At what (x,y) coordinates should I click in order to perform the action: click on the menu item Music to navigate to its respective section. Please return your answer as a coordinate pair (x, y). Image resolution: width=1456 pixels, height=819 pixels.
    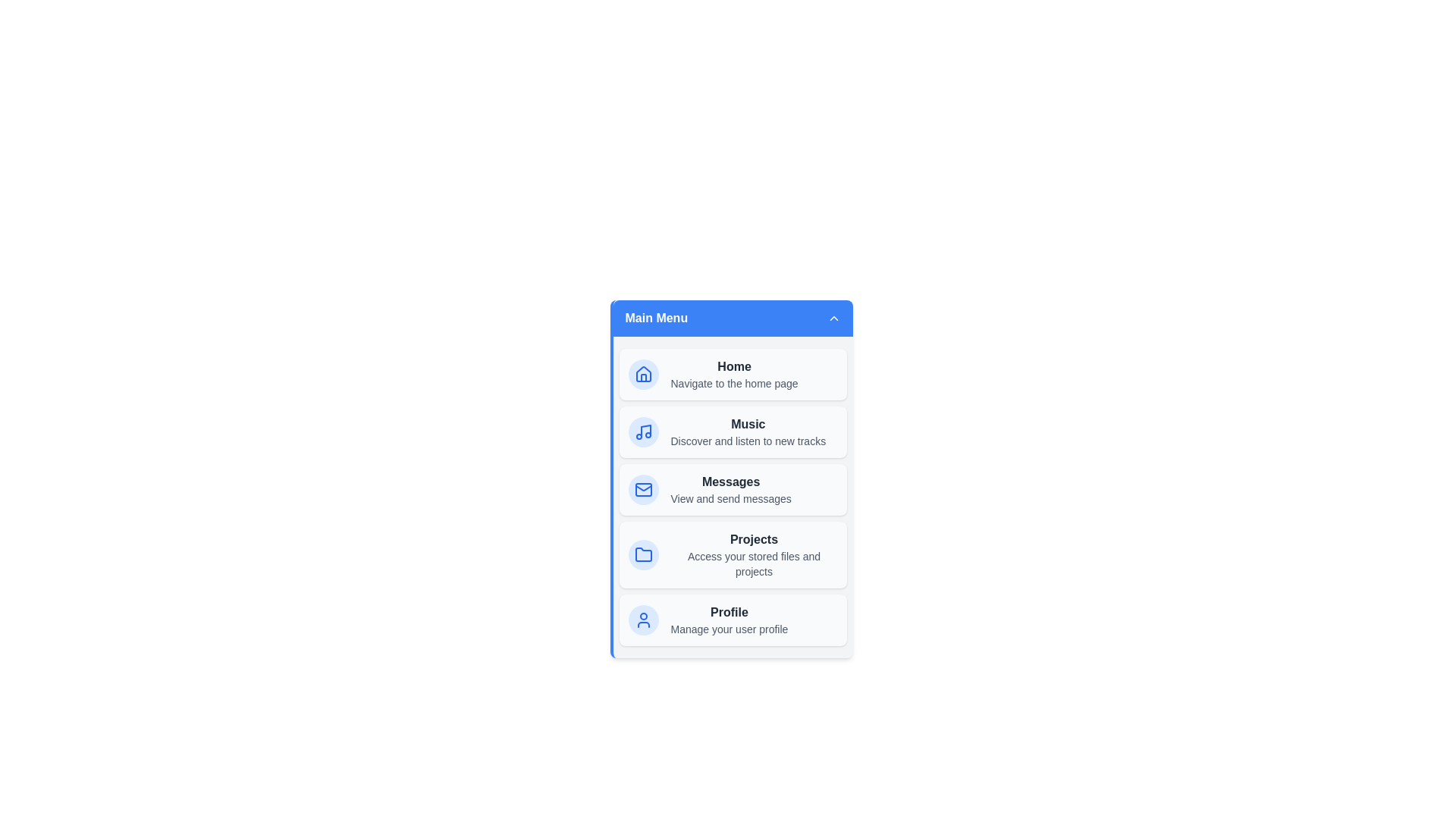
    Looking at the image, I should click on (733, 432).